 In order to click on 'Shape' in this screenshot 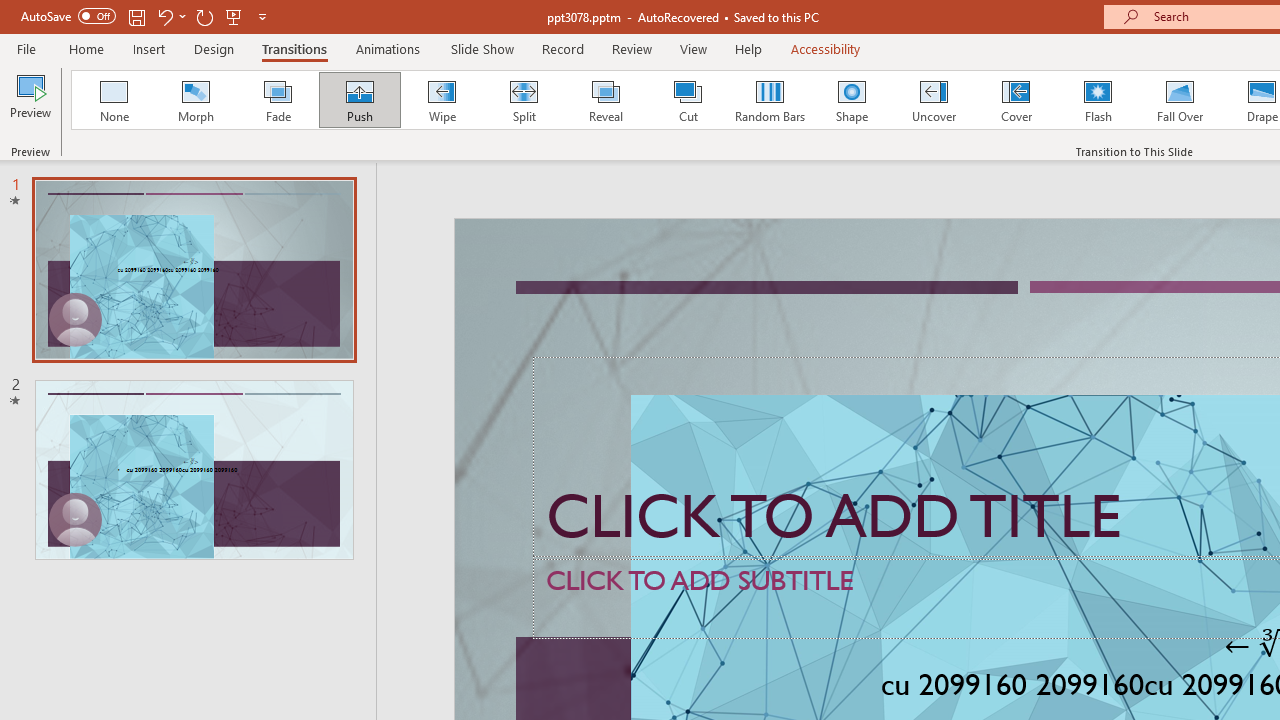, I will do `click(852, 100)`.